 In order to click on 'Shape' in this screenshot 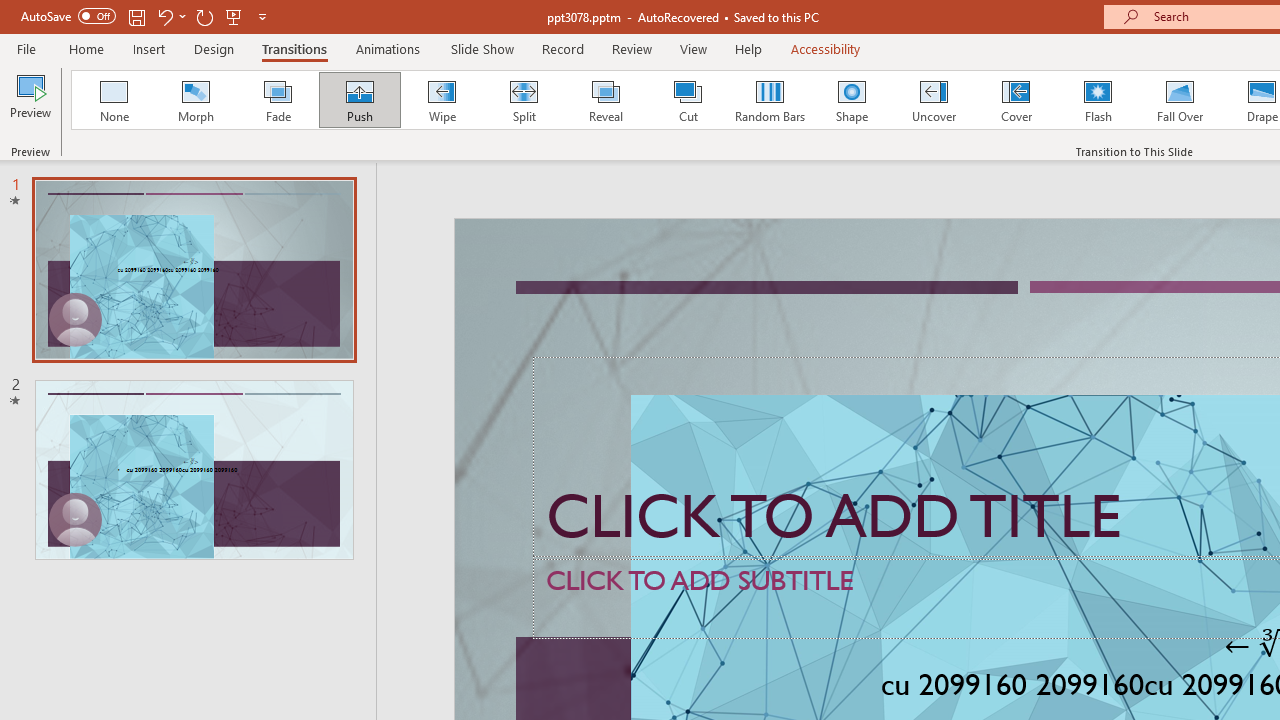, I will do `click(852, 100)`.